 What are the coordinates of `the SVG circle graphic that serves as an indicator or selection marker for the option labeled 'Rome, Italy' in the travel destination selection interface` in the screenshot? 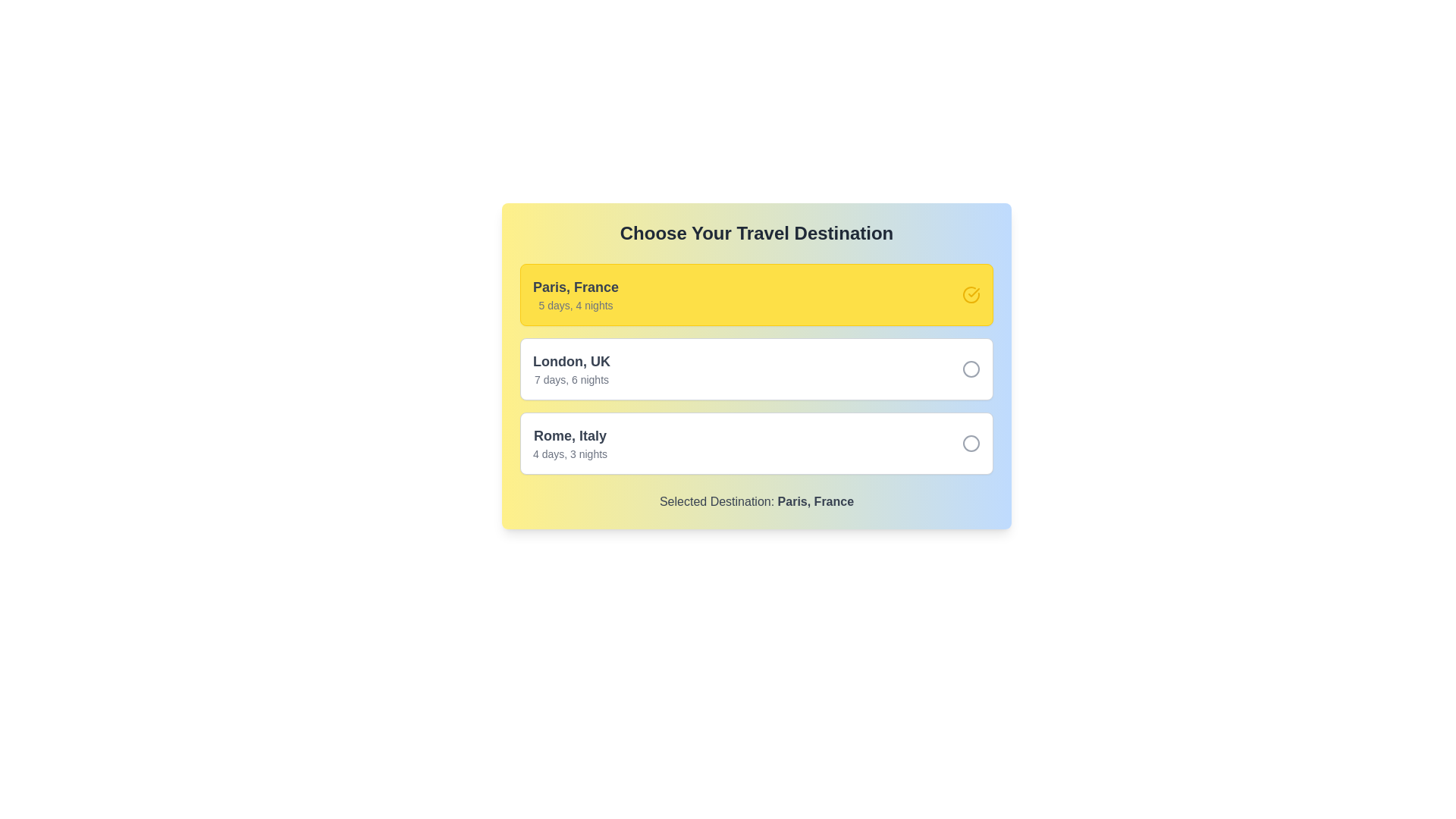 It's located at (971, 444).